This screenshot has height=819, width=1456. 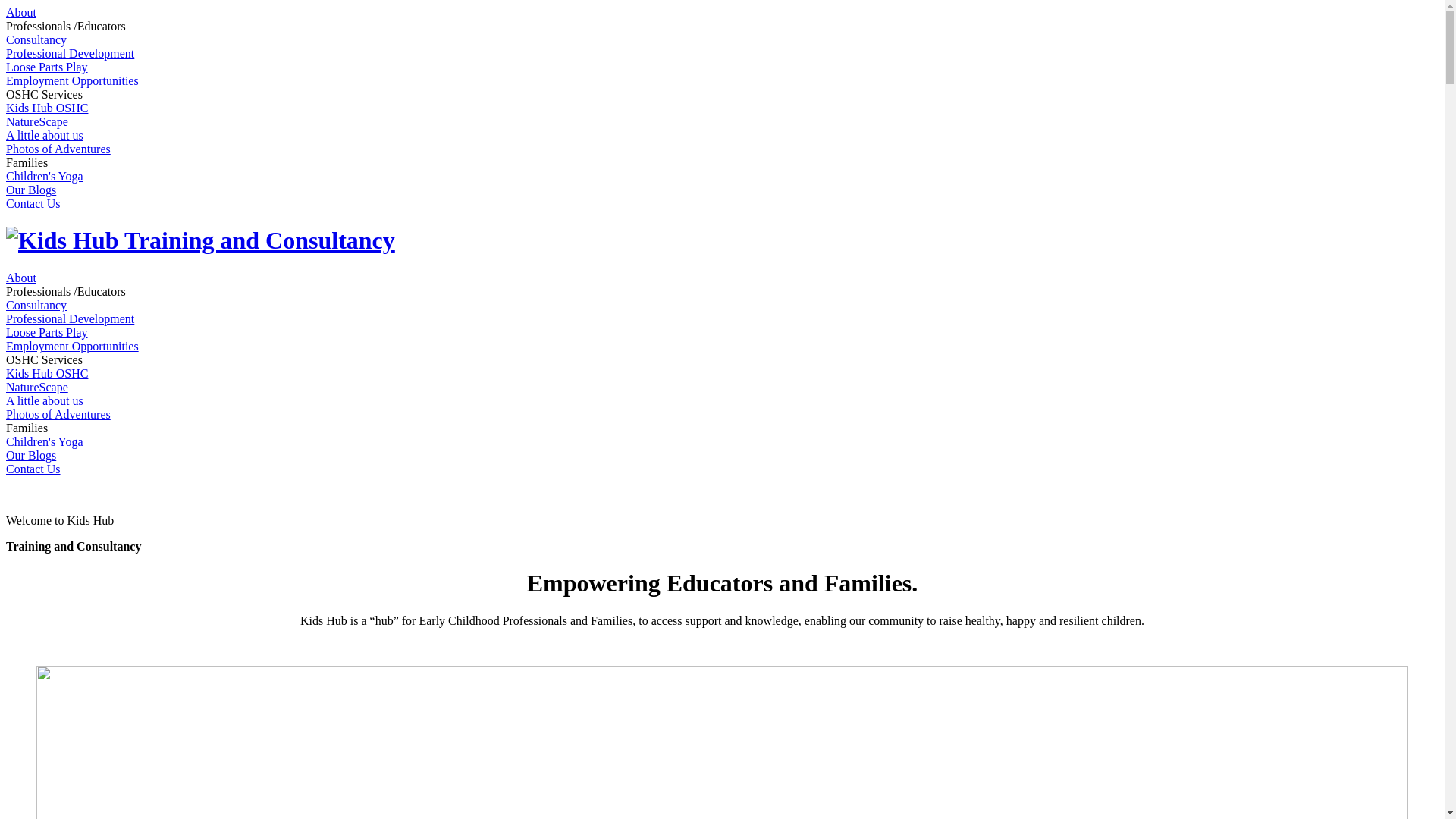 What do you see at coordinates (47, 66) in the screenshot?
I see `'Loose Parts Play'` at bounding box center [47, 66].